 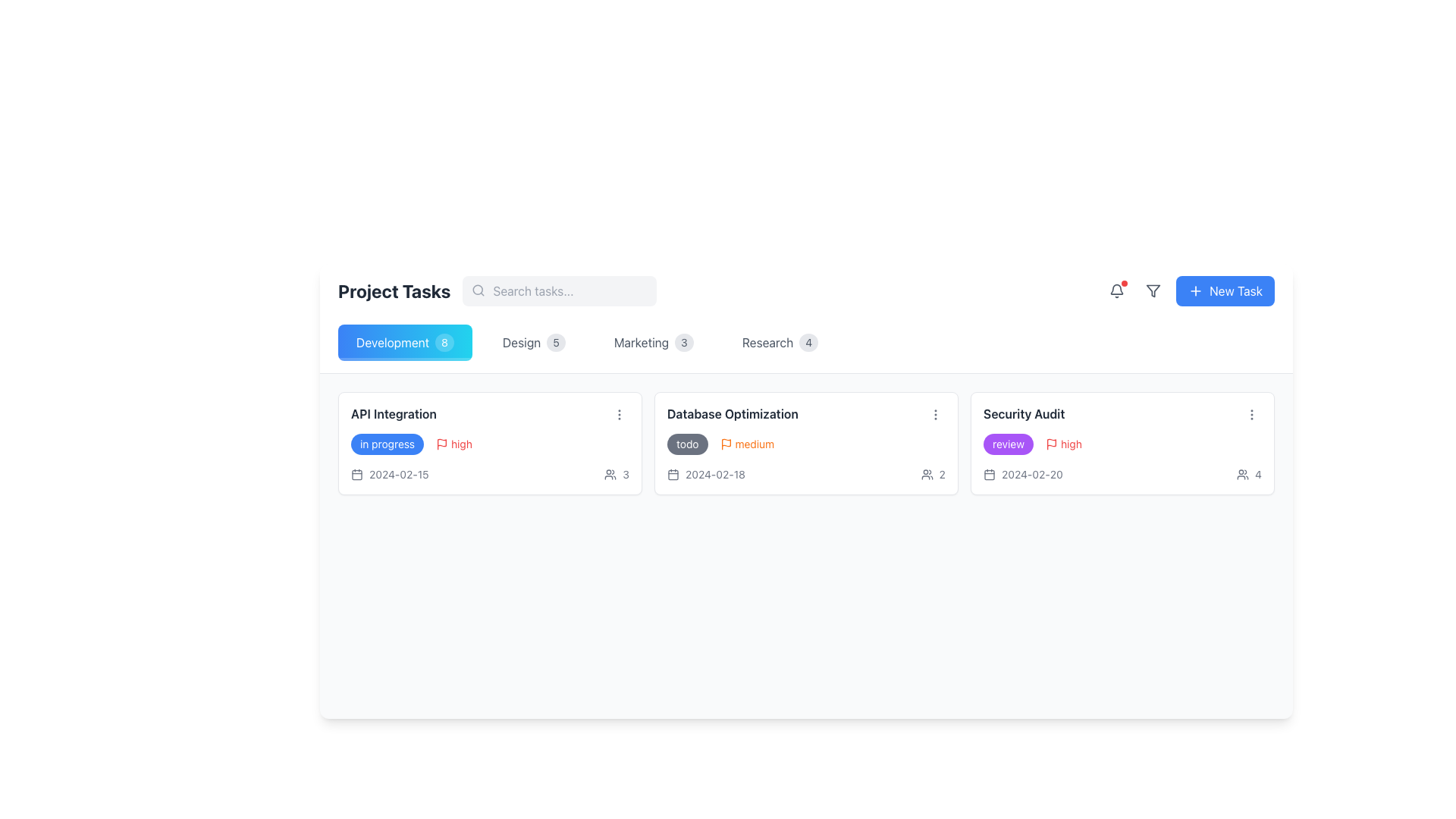 What do you see at coordinates (725, 444) in the screenshot?
I see `the orange flag icon located next to the 'medium' text in the Database Optimization card` at bounding box center [725, 444].